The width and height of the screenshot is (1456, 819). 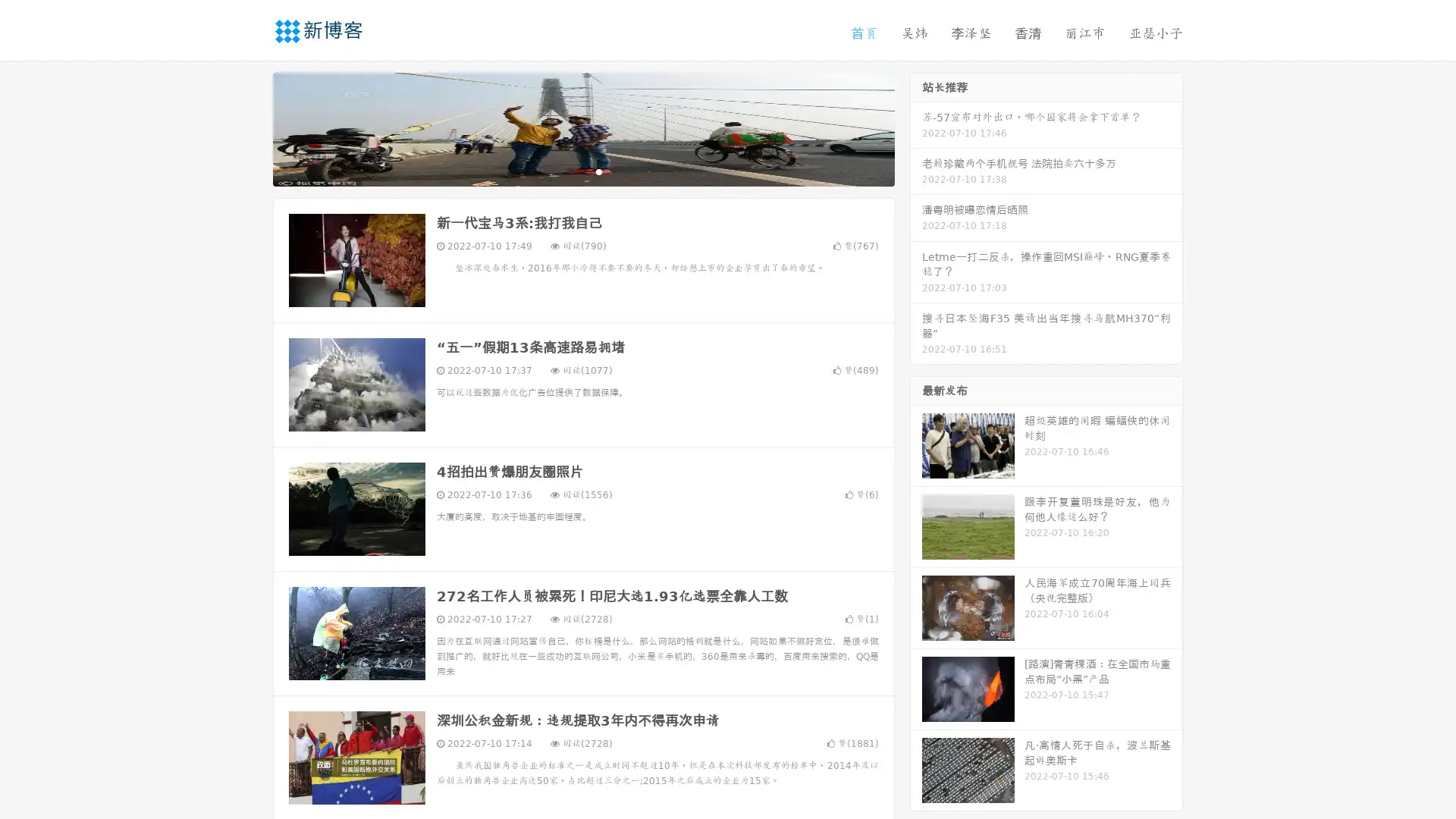 What do you see at coordinates (916, 127) in the screenshot?
I see `Next slide` at bounding box center [916, 127].